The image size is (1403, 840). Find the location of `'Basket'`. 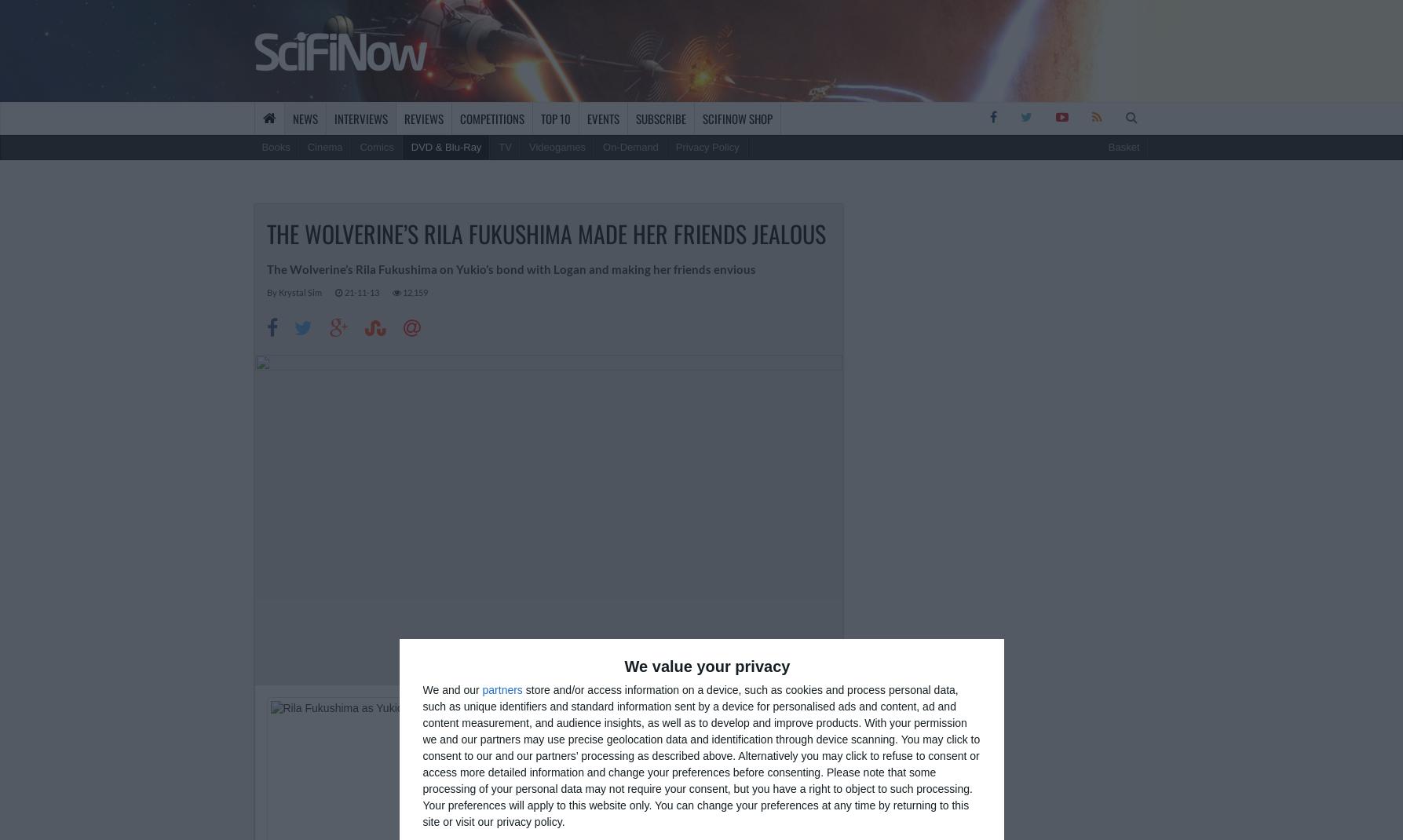

'Basket' is located at coordinates (1107, 146).